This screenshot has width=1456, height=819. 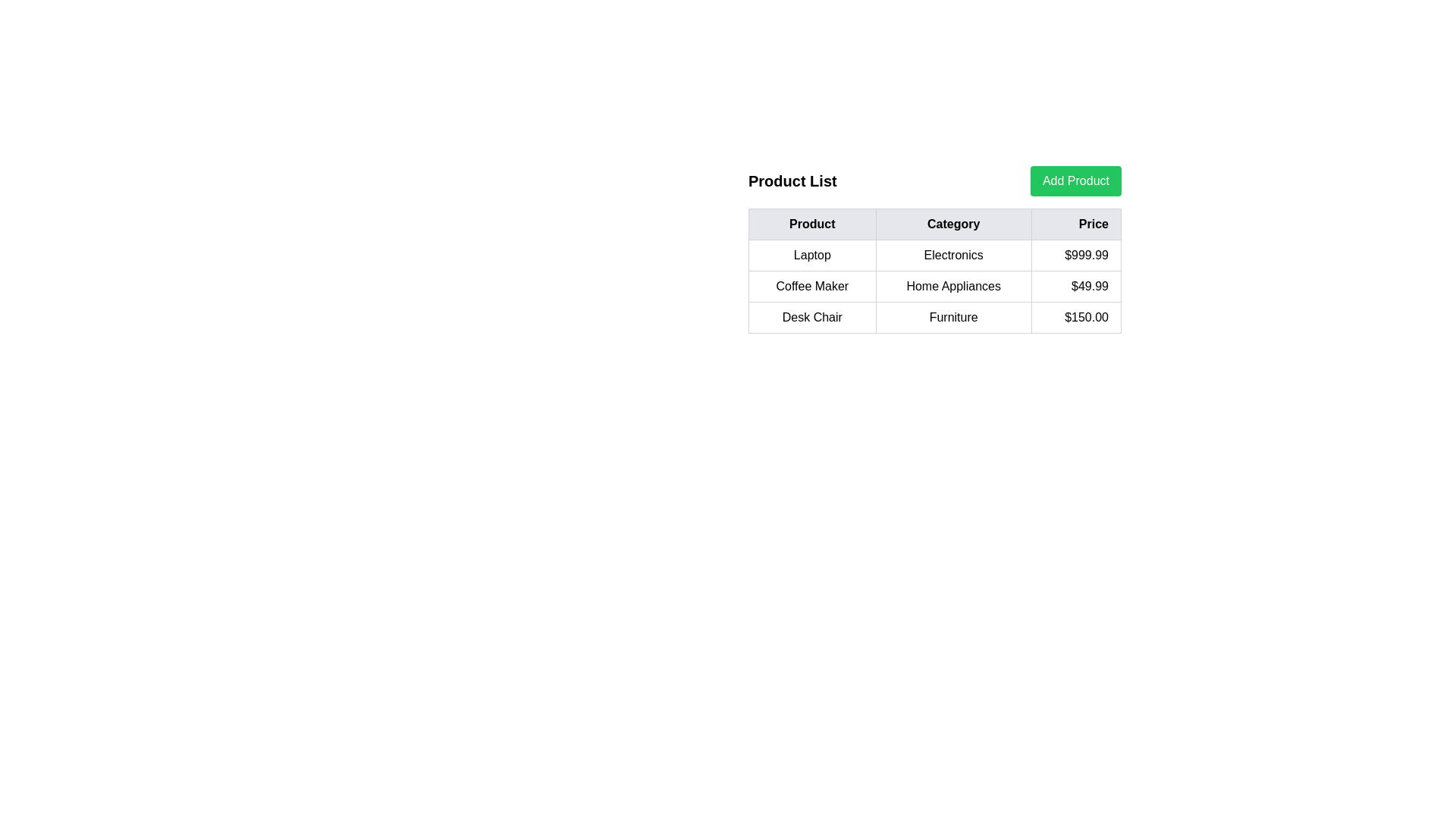 What do you see at coordinates (952, 287) in the screenshot?
I see `the table cell in the second row and second column of the 'Product List' table, which displays the product category between 'Coffee Maker' and '$49.99'` at bounding box center [952, 287].